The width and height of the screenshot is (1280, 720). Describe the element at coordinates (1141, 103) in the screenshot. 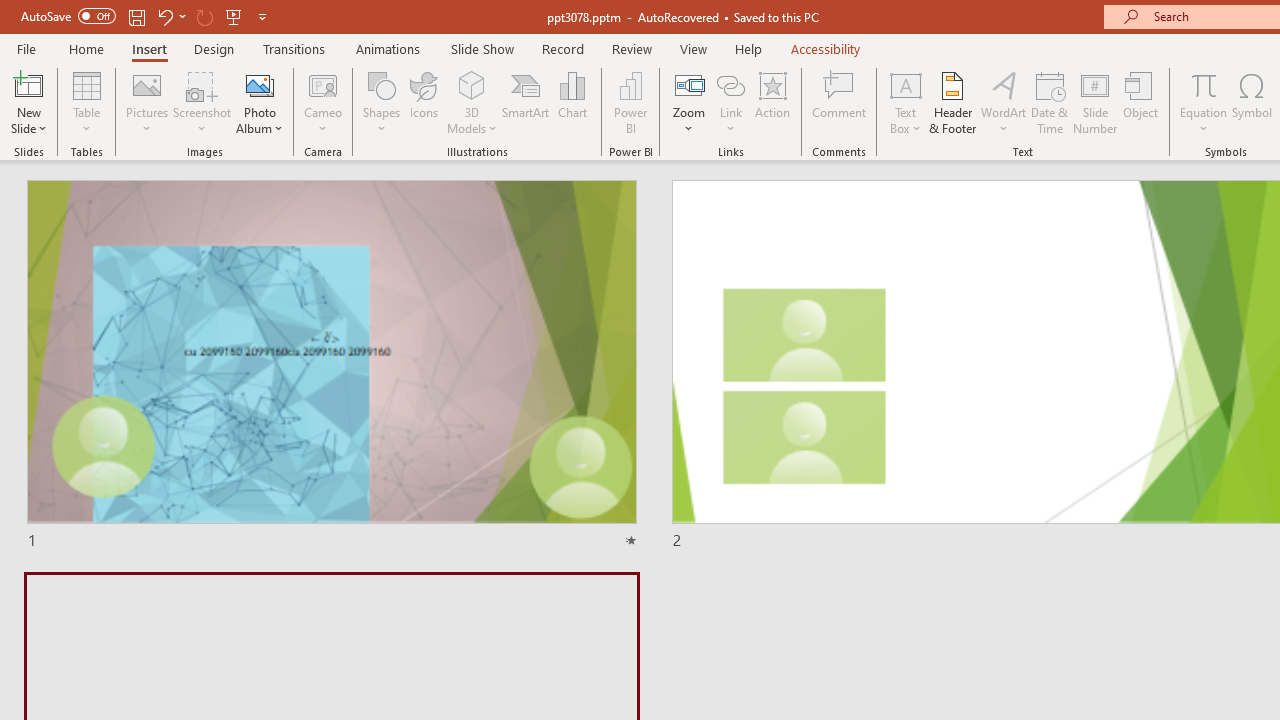

I see `'Object...'` at that location.